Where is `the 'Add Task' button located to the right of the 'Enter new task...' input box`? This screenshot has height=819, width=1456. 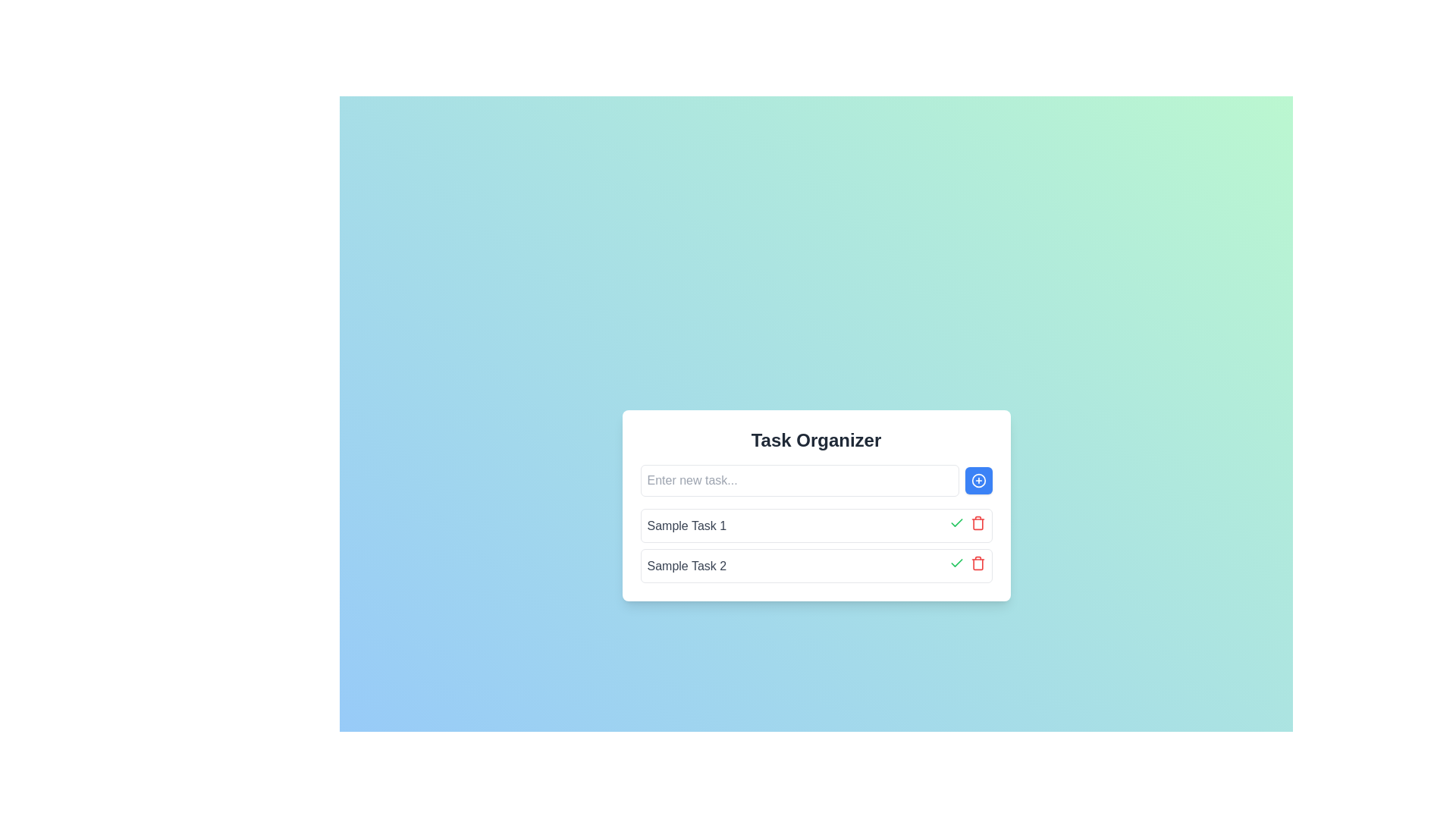 the 'Add Task' button located to the right of the 'Enter new task...' input box is located at coordinates (978, 480).